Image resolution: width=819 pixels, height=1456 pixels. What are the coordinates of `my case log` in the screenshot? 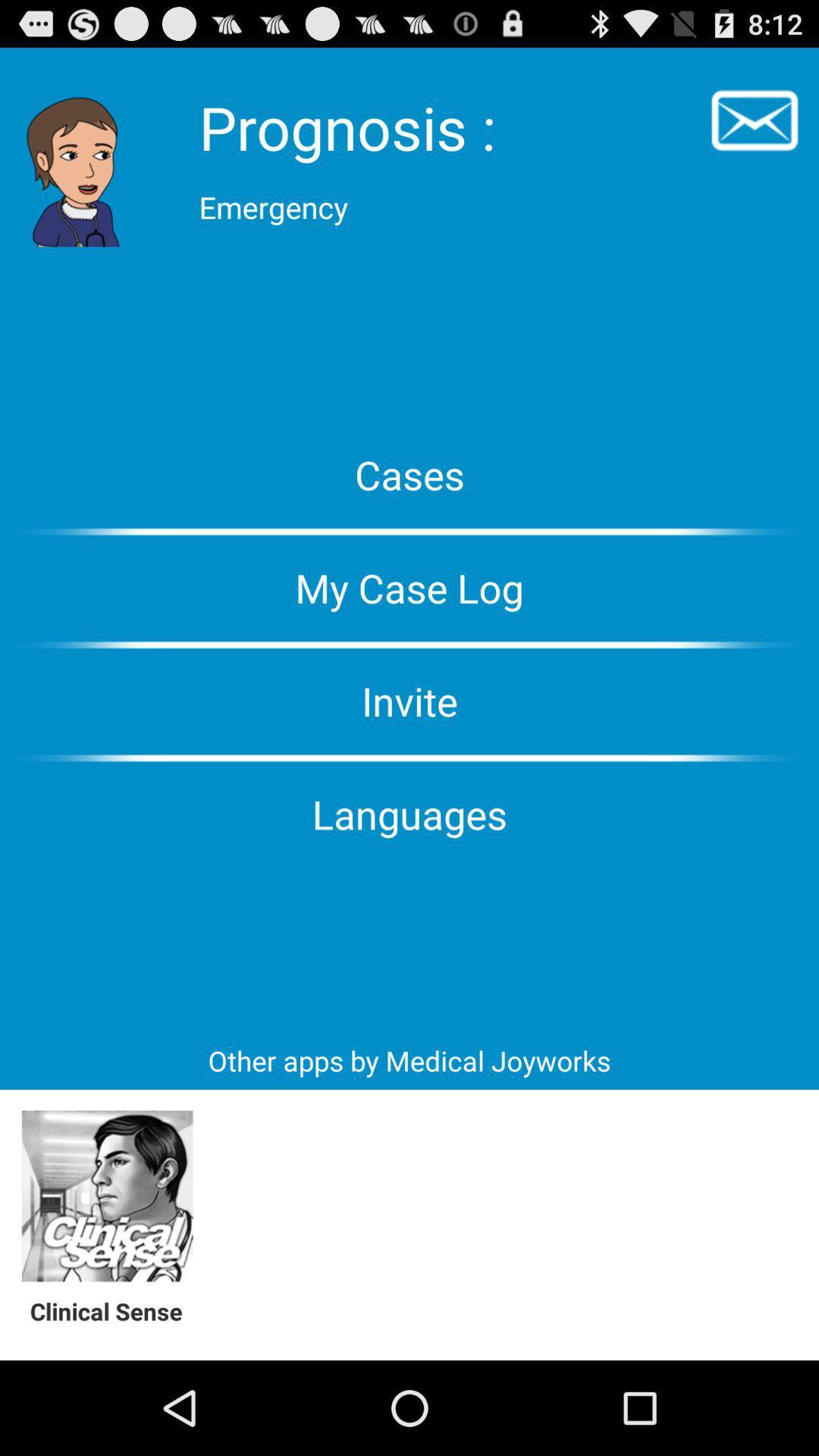 It's located at (409, 587).